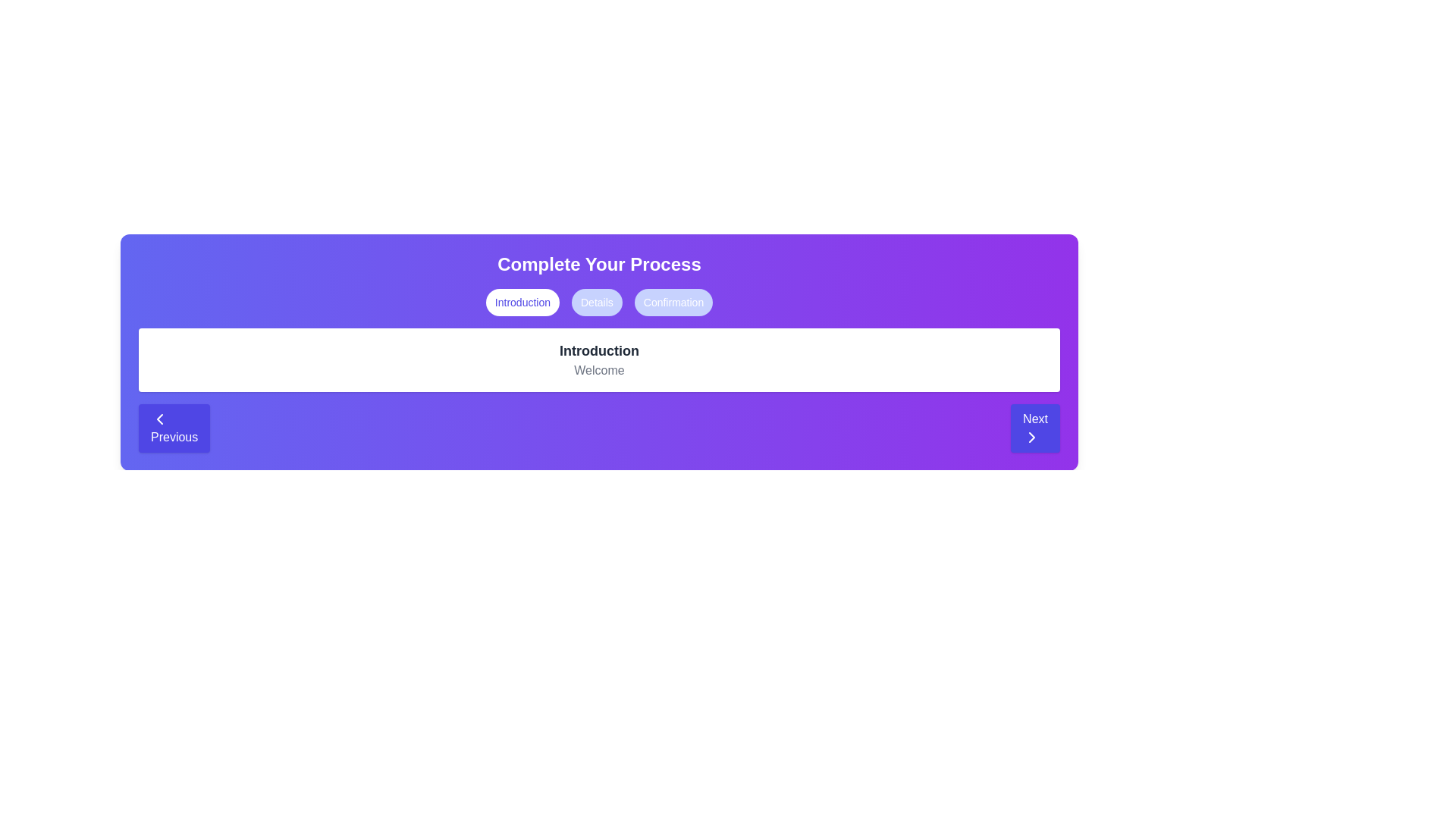  Describe the element at coordinates (160, 419) in the screenshot. I see `the 'Previous' button, which contains a leftward pointing chevron icon` at that location.